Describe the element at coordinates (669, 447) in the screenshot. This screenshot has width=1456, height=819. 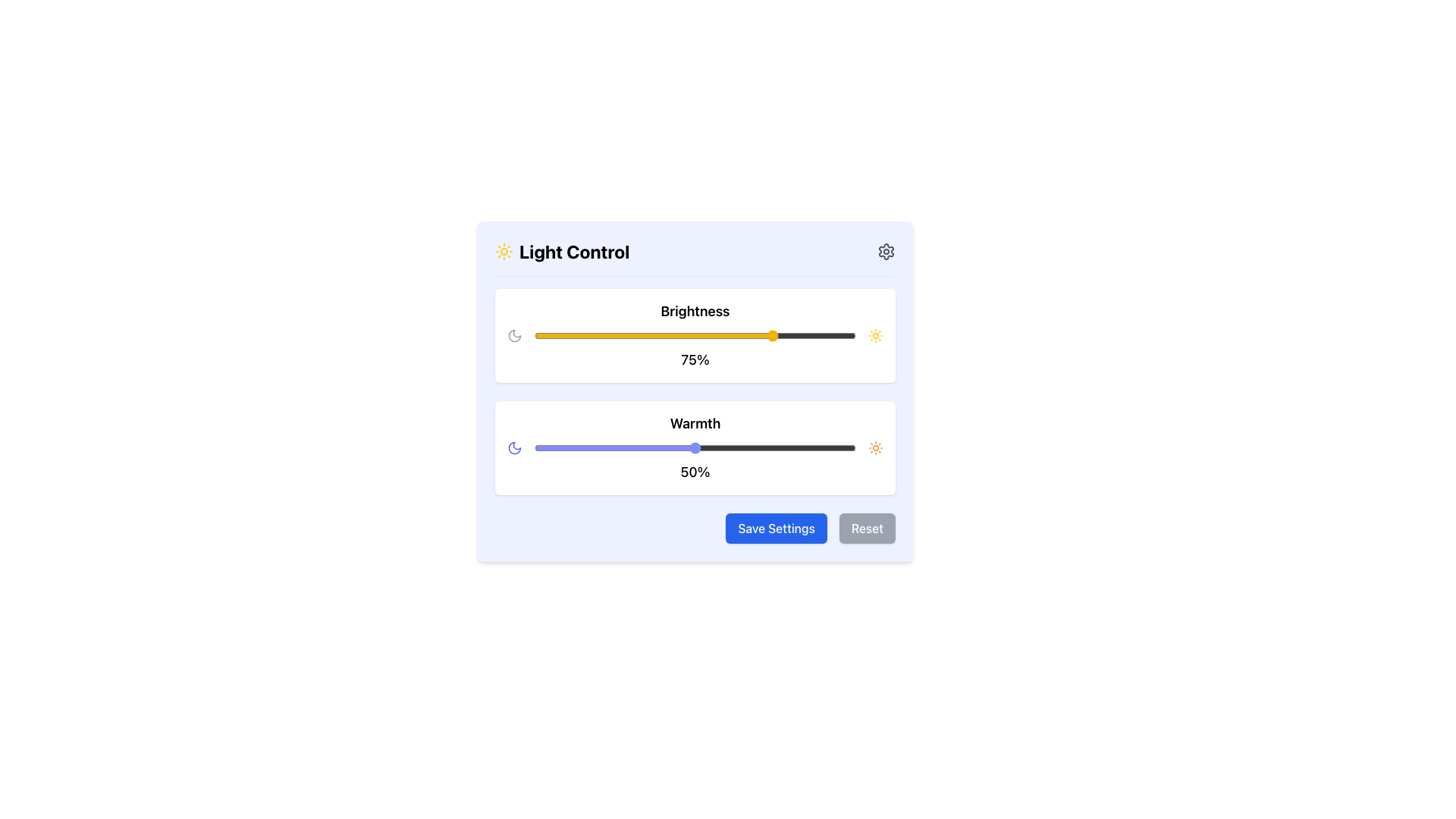
I see `the warmth level` at that location.